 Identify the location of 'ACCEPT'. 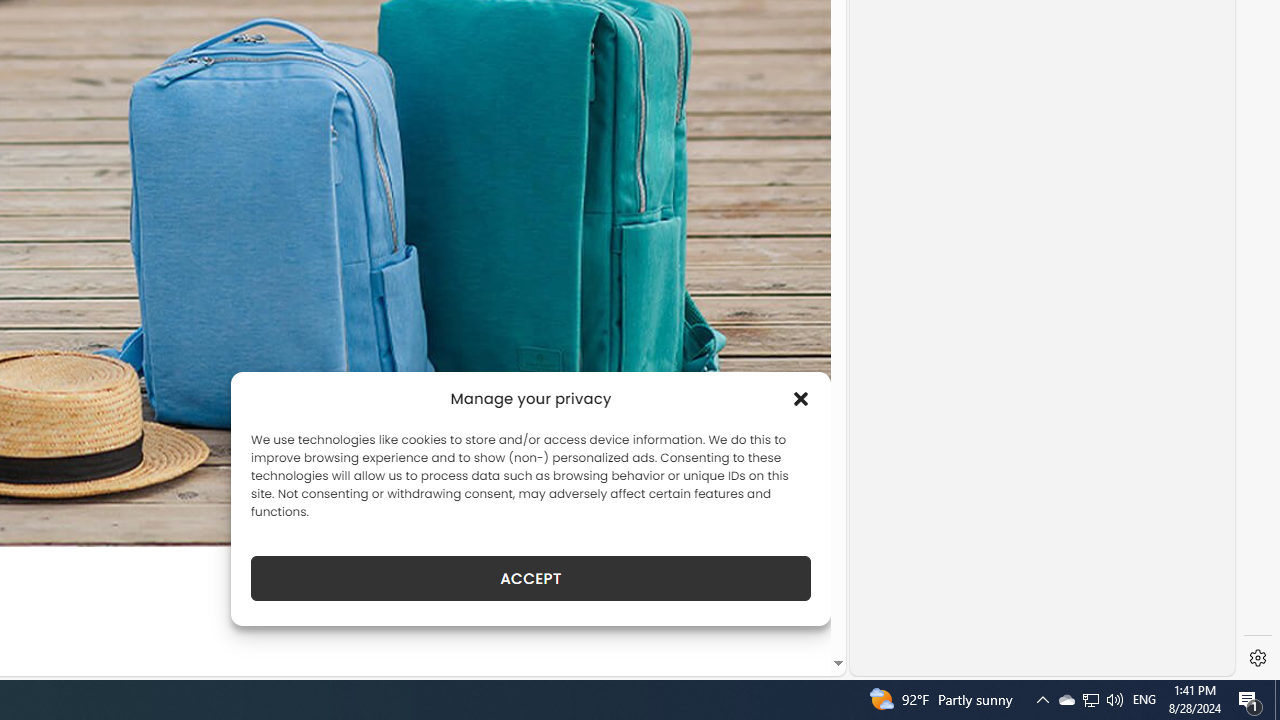
(531, 578).